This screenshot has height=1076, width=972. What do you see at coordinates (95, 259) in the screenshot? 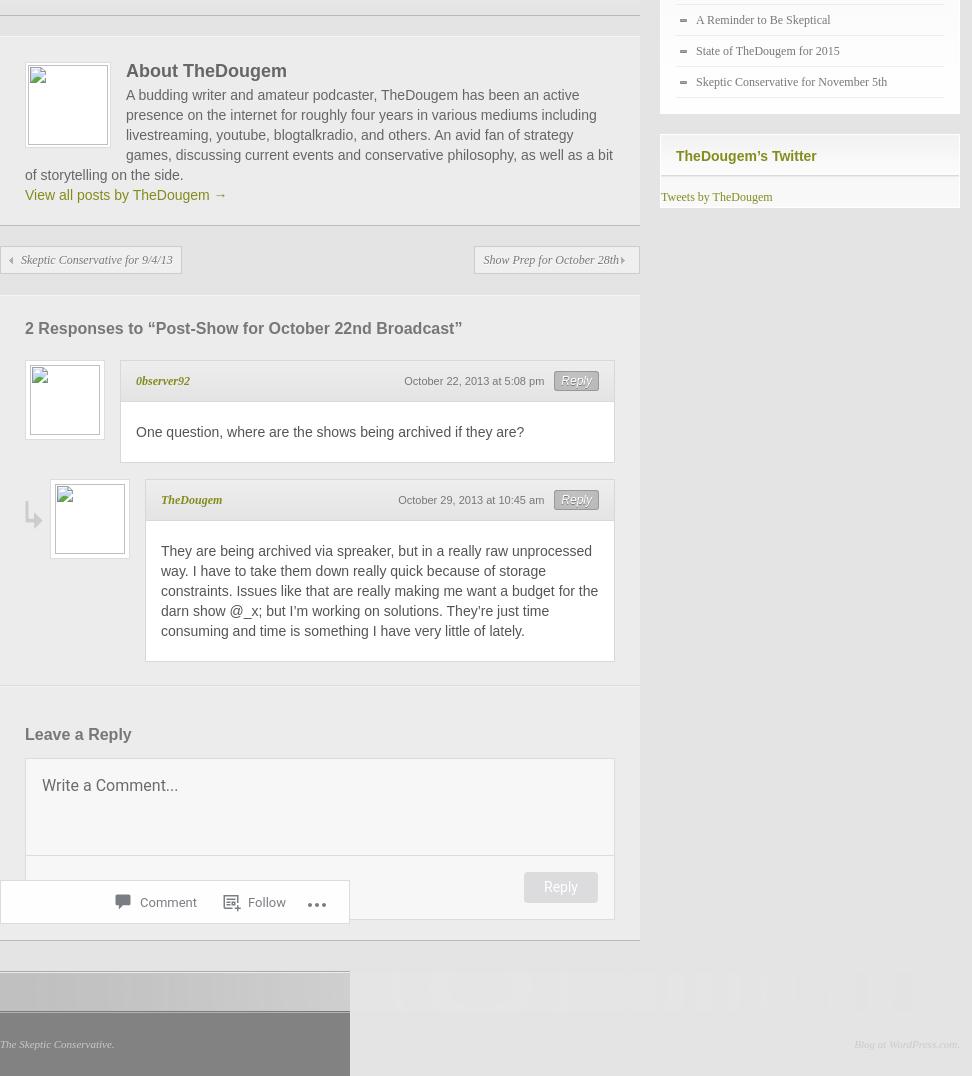
I see `'Skeptic Conservative for 9/4/13'` at bounding box center [95, 259].